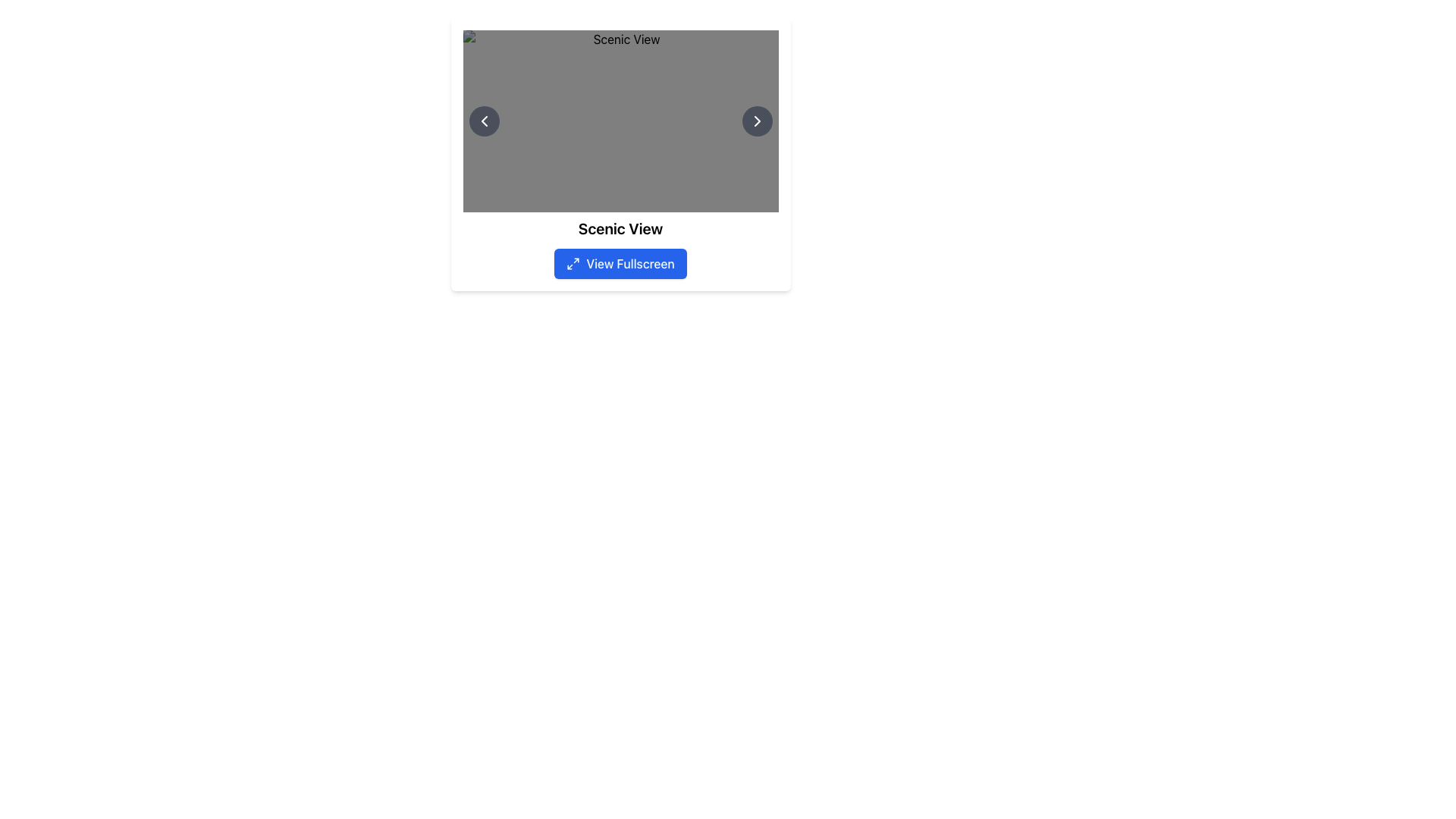  What do you see at coordinates (483, 120) in the screenshot?
I see `the circular button with a dark gray background and a white leftward-pointing chevron icon` at bounding box center [483, 120].